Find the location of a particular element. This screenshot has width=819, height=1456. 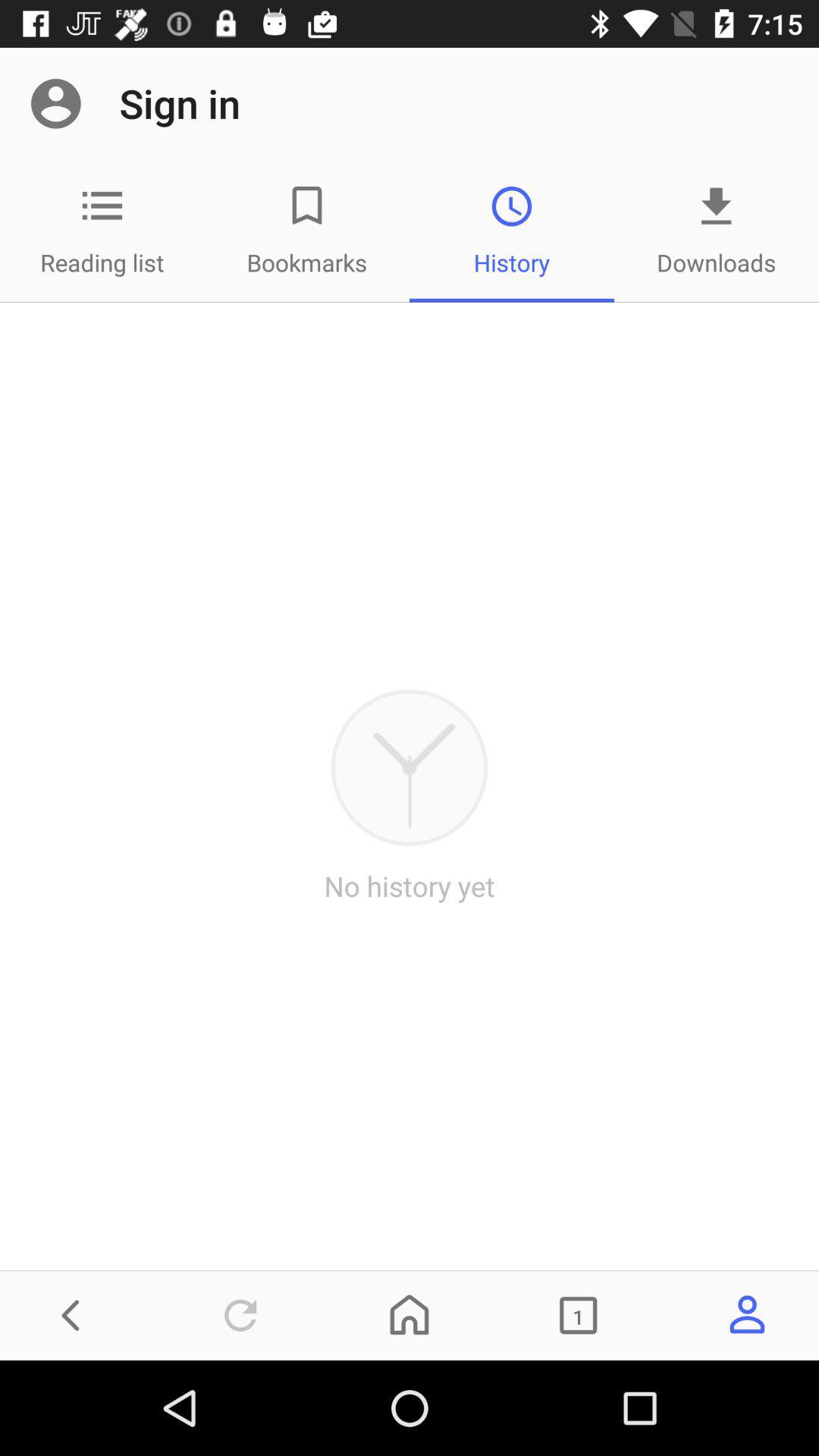

the button between bookmarks and downloads is located at coordinates (512, 230).